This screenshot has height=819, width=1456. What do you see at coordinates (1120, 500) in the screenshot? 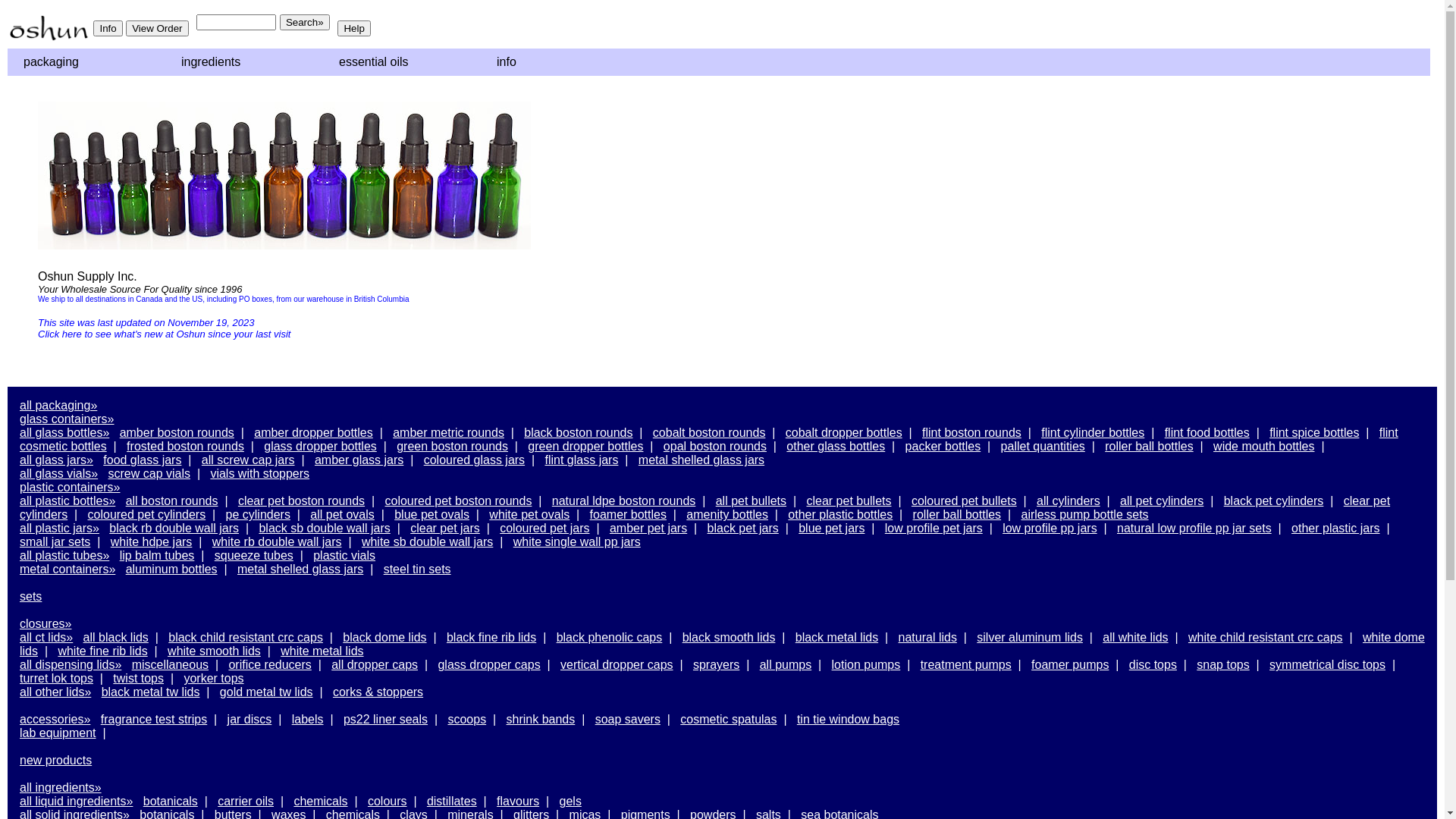
I see `'all pet cylinders'` at bounding box center [1120, 500].